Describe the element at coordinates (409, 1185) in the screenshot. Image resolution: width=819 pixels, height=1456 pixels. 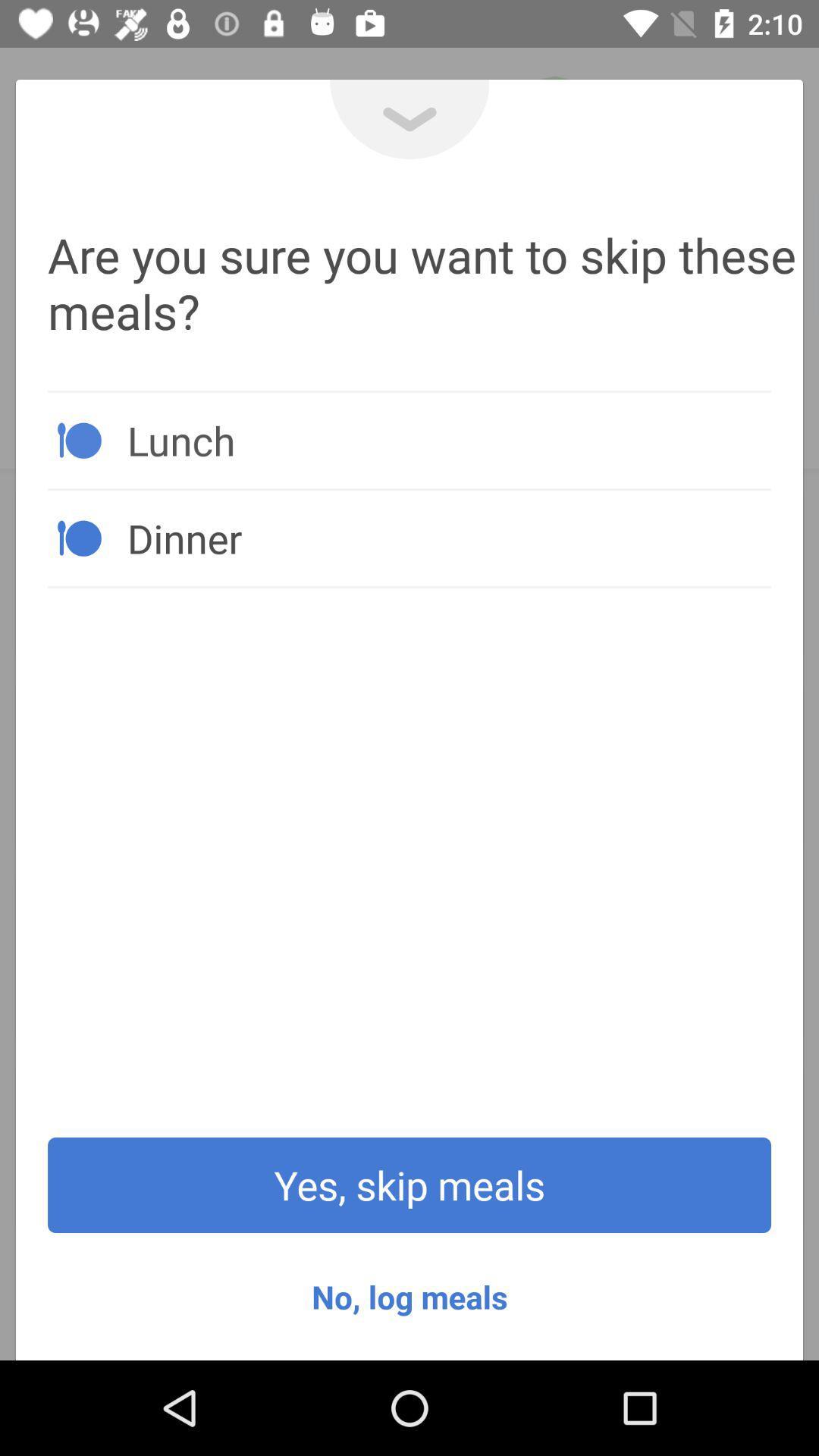
I see `yes, skip meals item` at that location.